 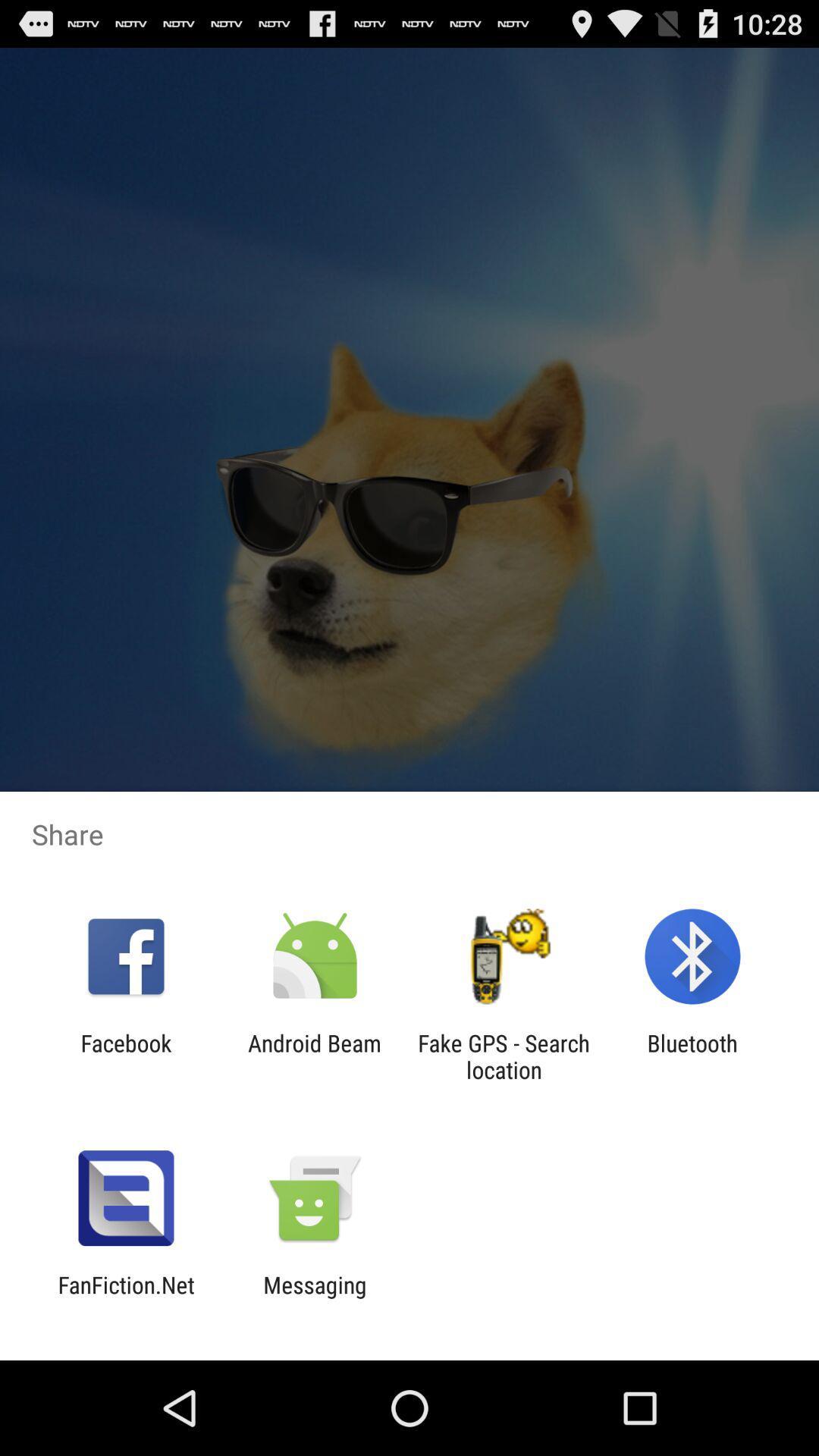 What do you see at coordinates (314, 1298) in the screenshot?
I see `messaging icon` at bounding box center [314, 1298].